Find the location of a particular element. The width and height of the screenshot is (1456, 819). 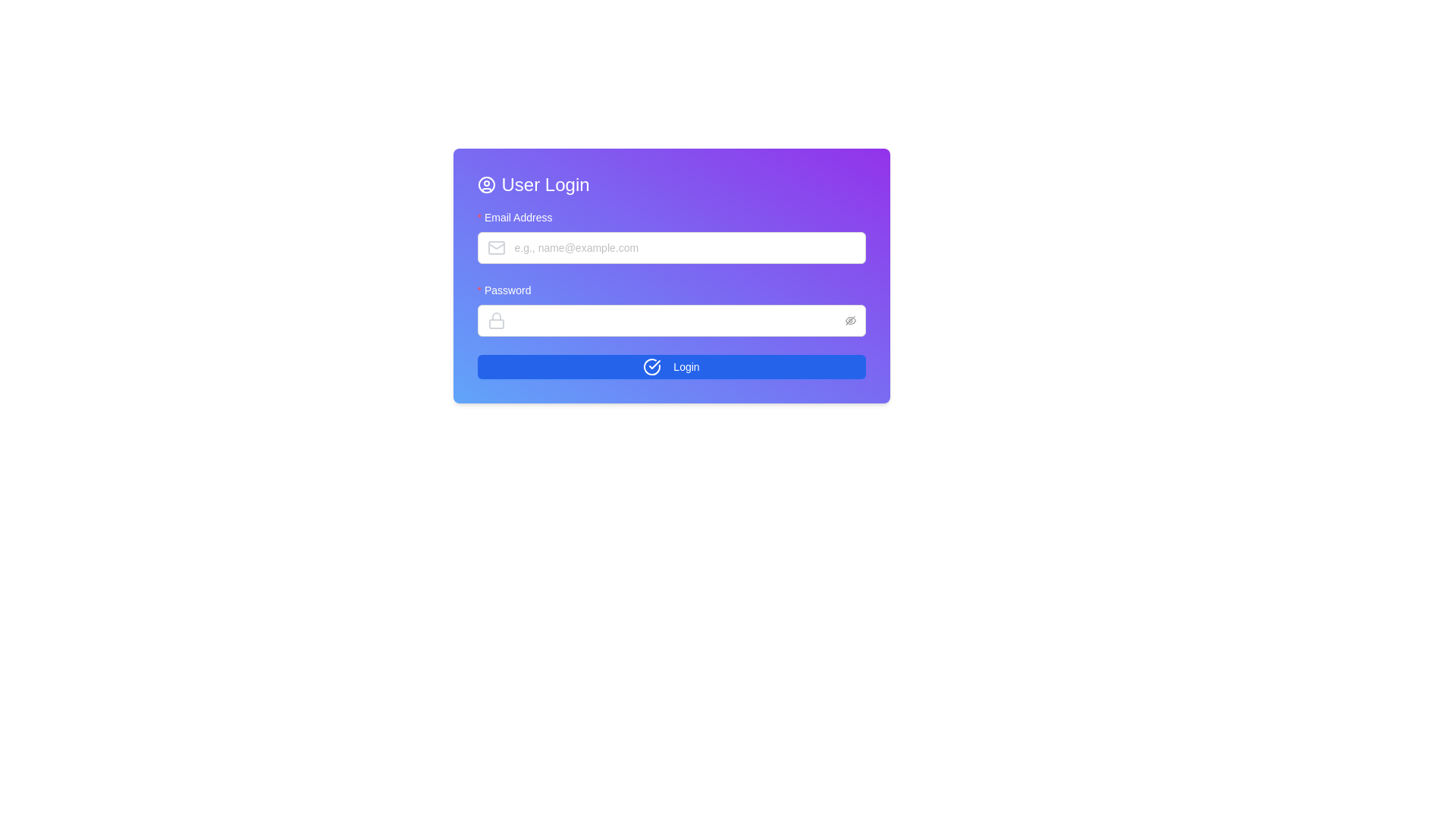

the 'Password' label in the login form, which features medium-weight white font and is positioned above the password input box is located at coordinates (510, 290).